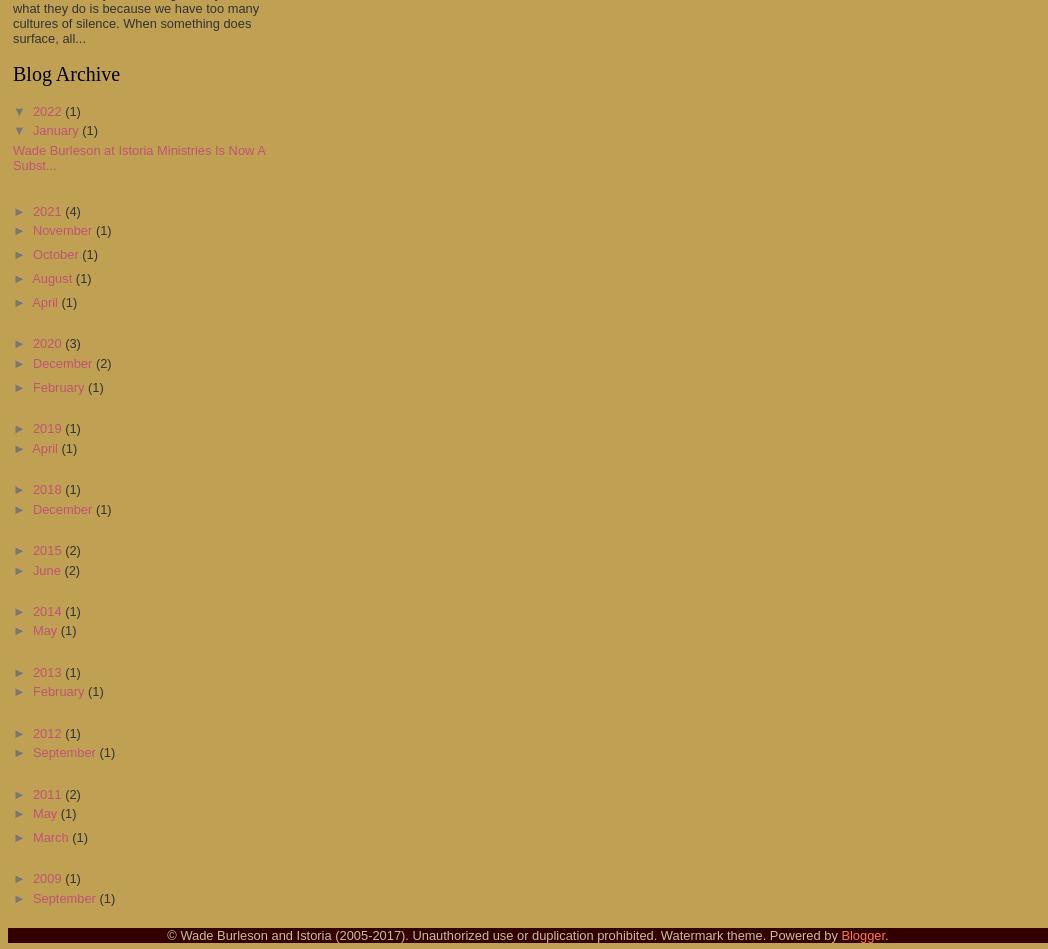  I want to click on '2012', so click(48, 732).